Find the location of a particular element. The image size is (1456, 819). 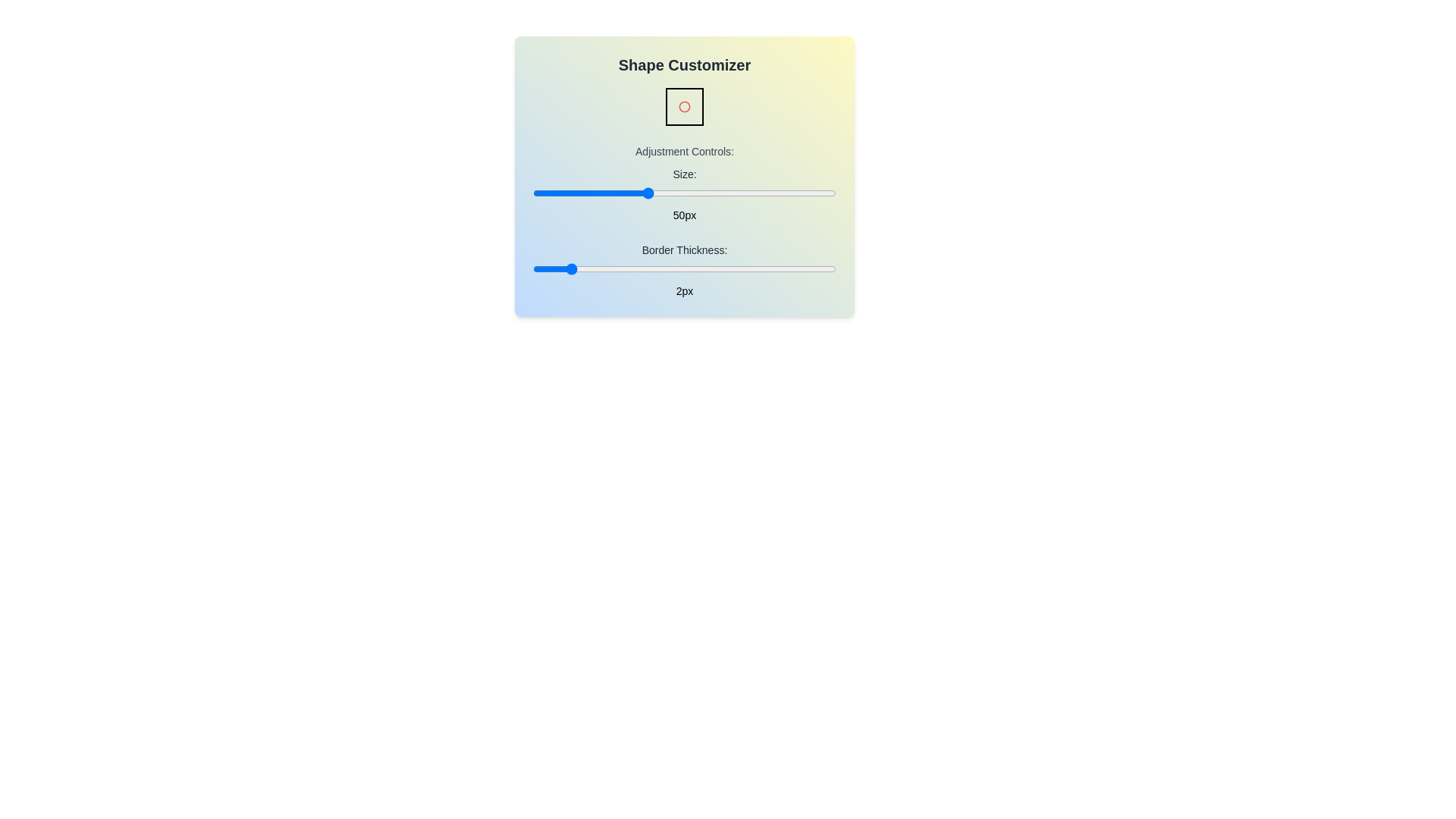

the size slider to interact with it is located at coordinates (683, 192).